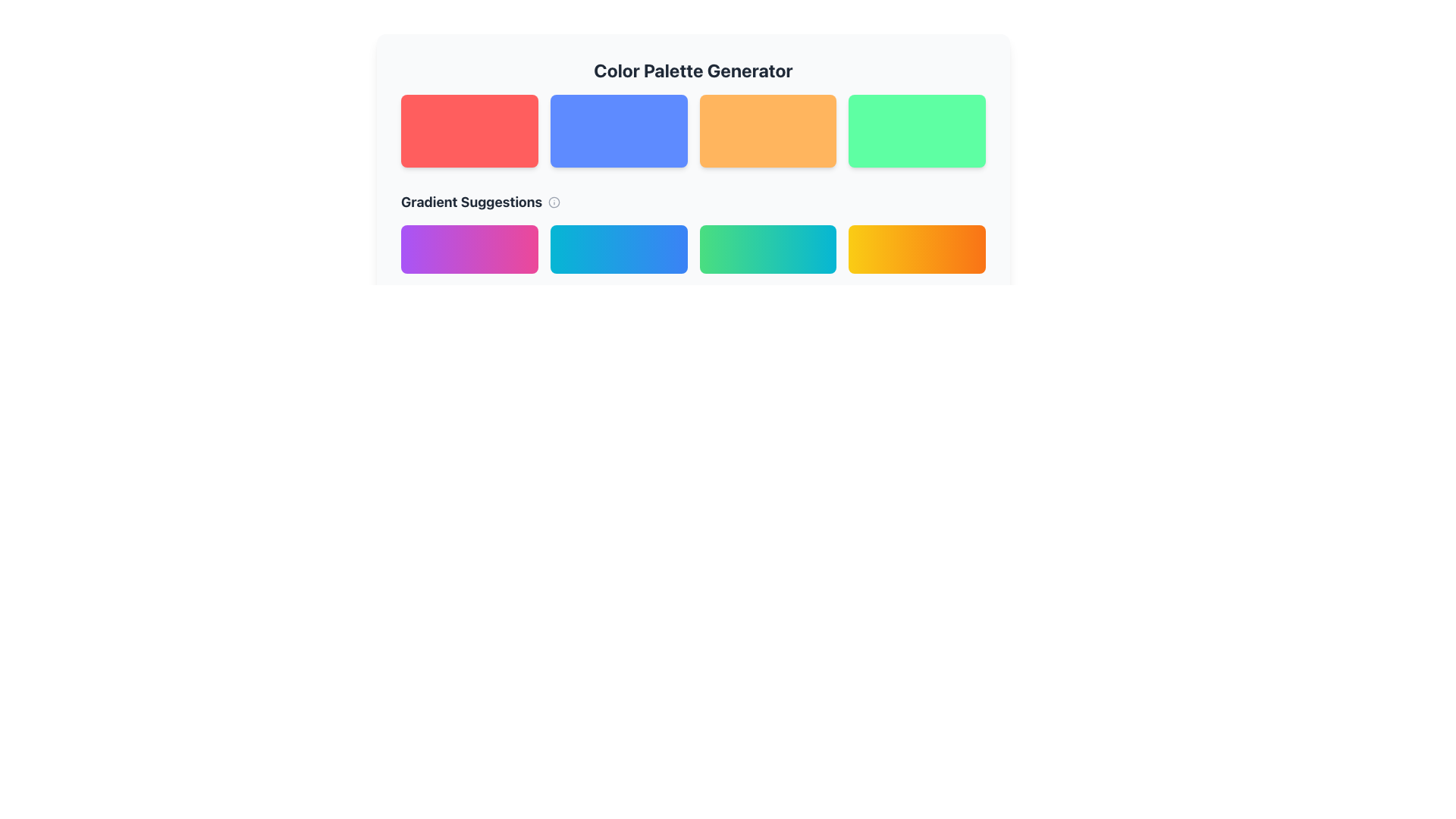 This screenshot has width=1456, height=819. Describe the element at coordinates (619, 248) in the screenshot. I see `keyboard navigation` at that location.